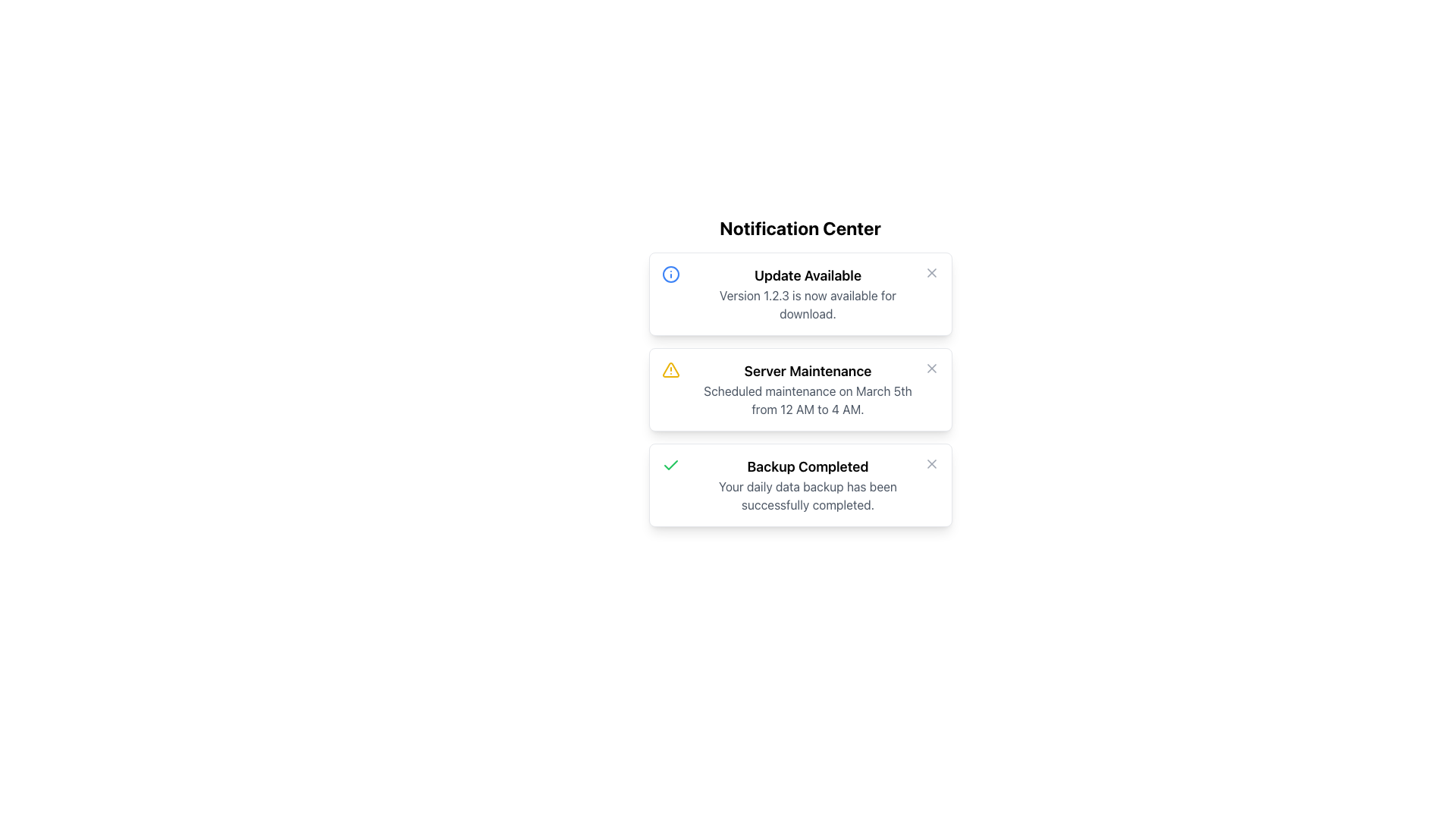  What do you see at coordinates (807, 275) in the screenshot?
I see `the text label displaying 'Update Available', which is prominently positioned within the notification card` at bounding box center [807, 275].